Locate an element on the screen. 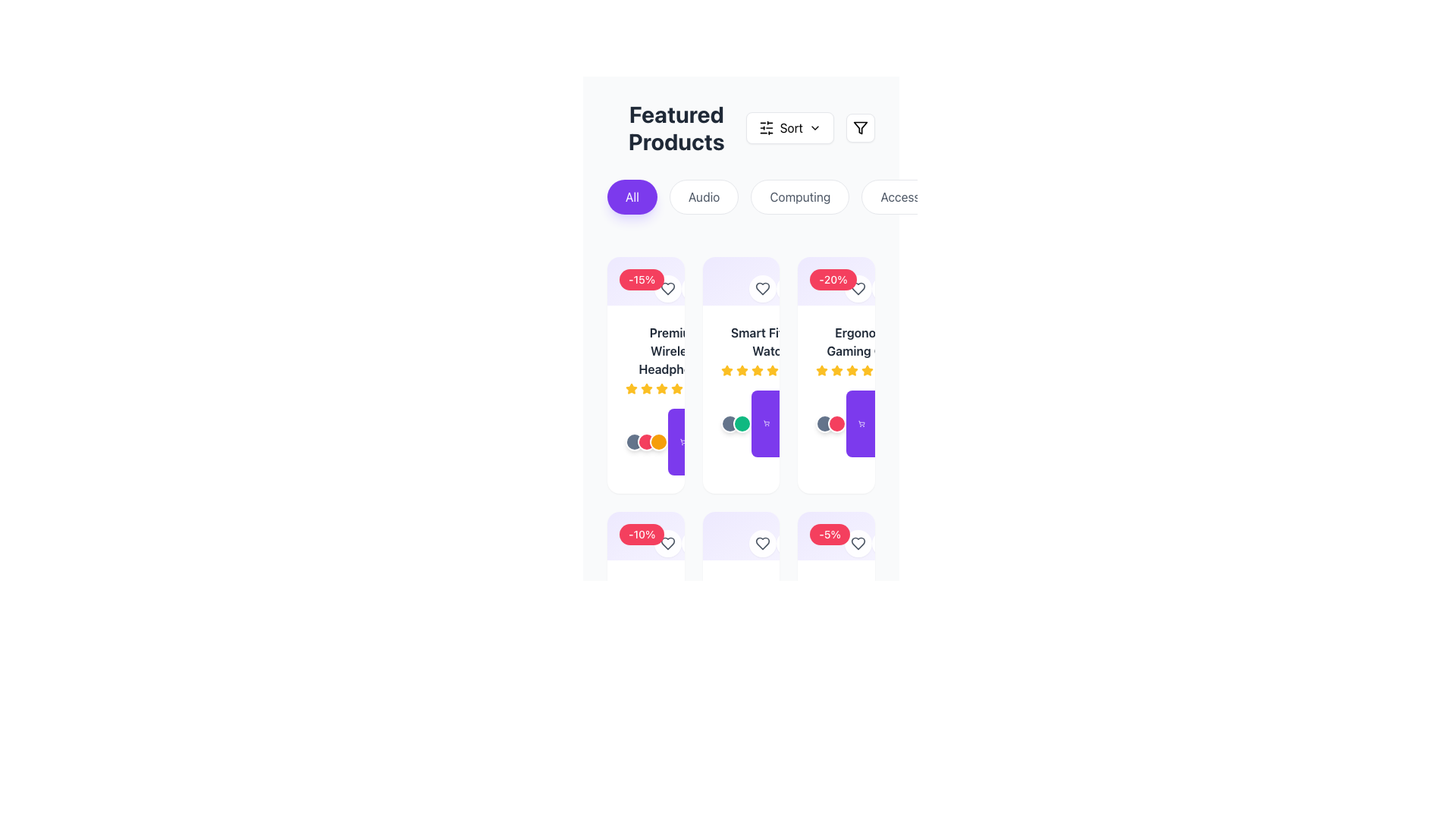  the 'Computing' pill-shaped button located under the 'Featured Products' title is located at coordinates (799, 196).